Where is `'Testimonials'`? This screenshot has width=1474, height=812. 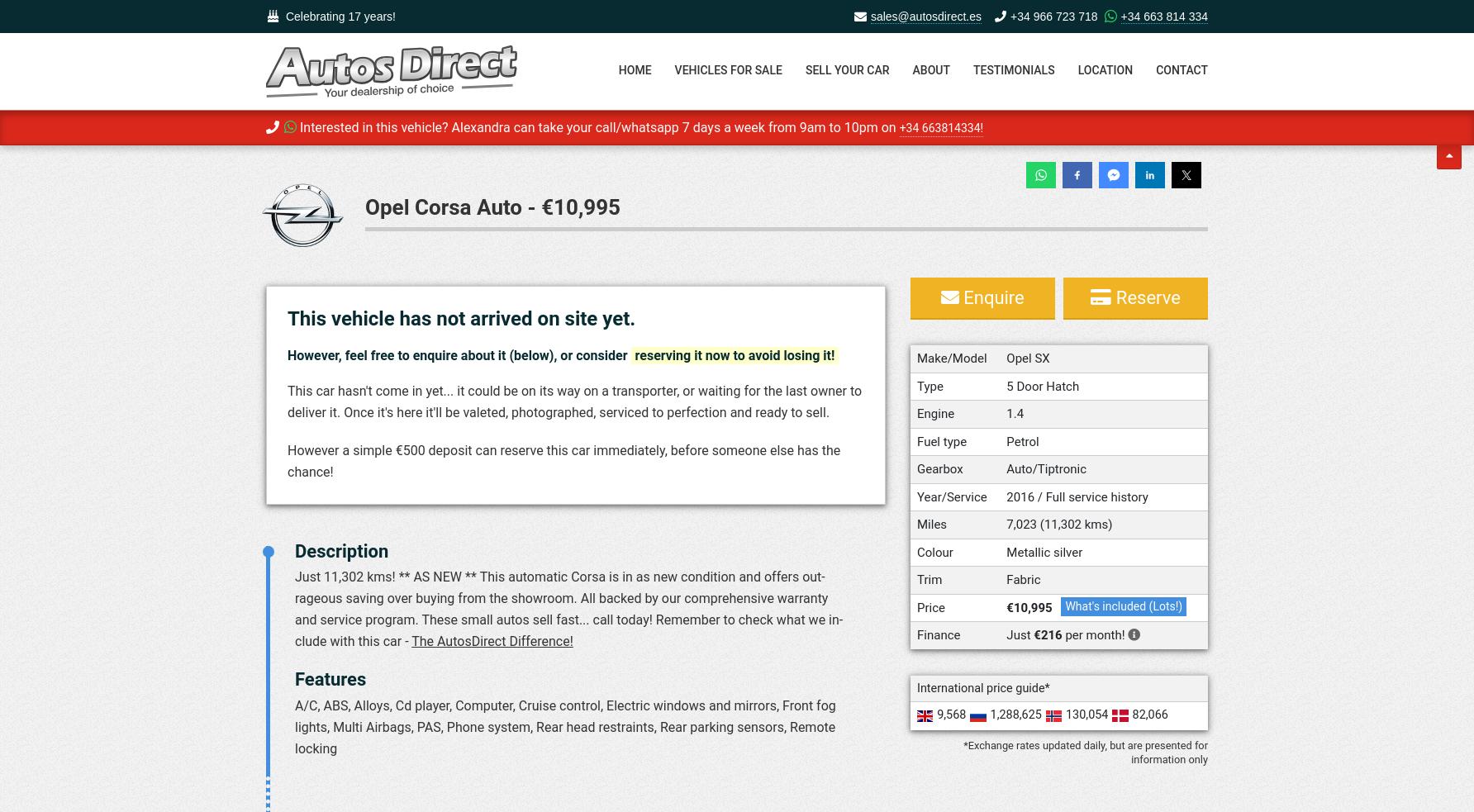
'Testimonials' is located at coordinates (1013, 69).